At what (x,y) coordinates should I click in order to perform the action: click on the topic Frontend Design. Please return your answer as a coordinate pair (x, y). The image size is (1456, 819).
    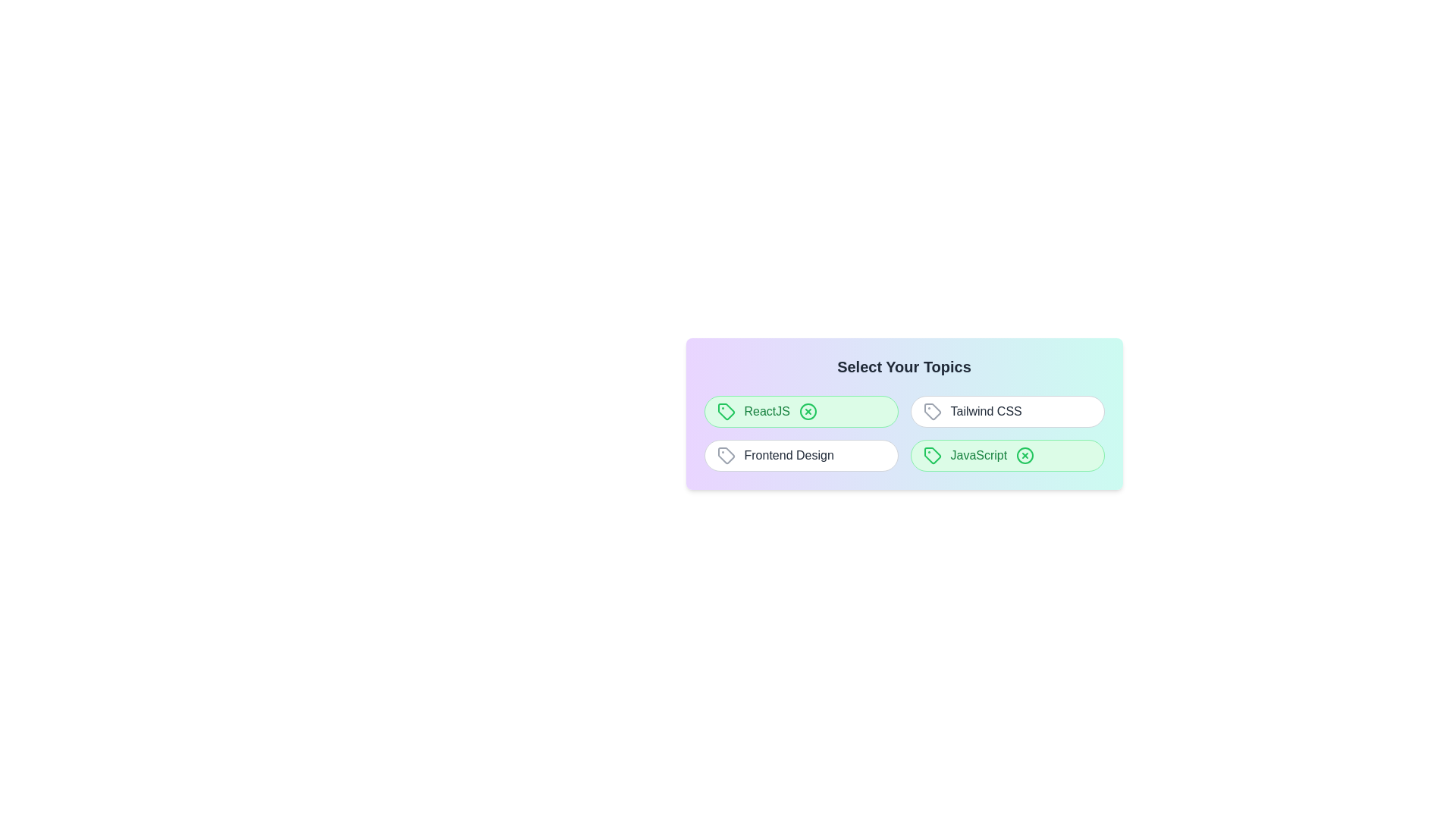
    Looking at the image, I should click on (800, 455).